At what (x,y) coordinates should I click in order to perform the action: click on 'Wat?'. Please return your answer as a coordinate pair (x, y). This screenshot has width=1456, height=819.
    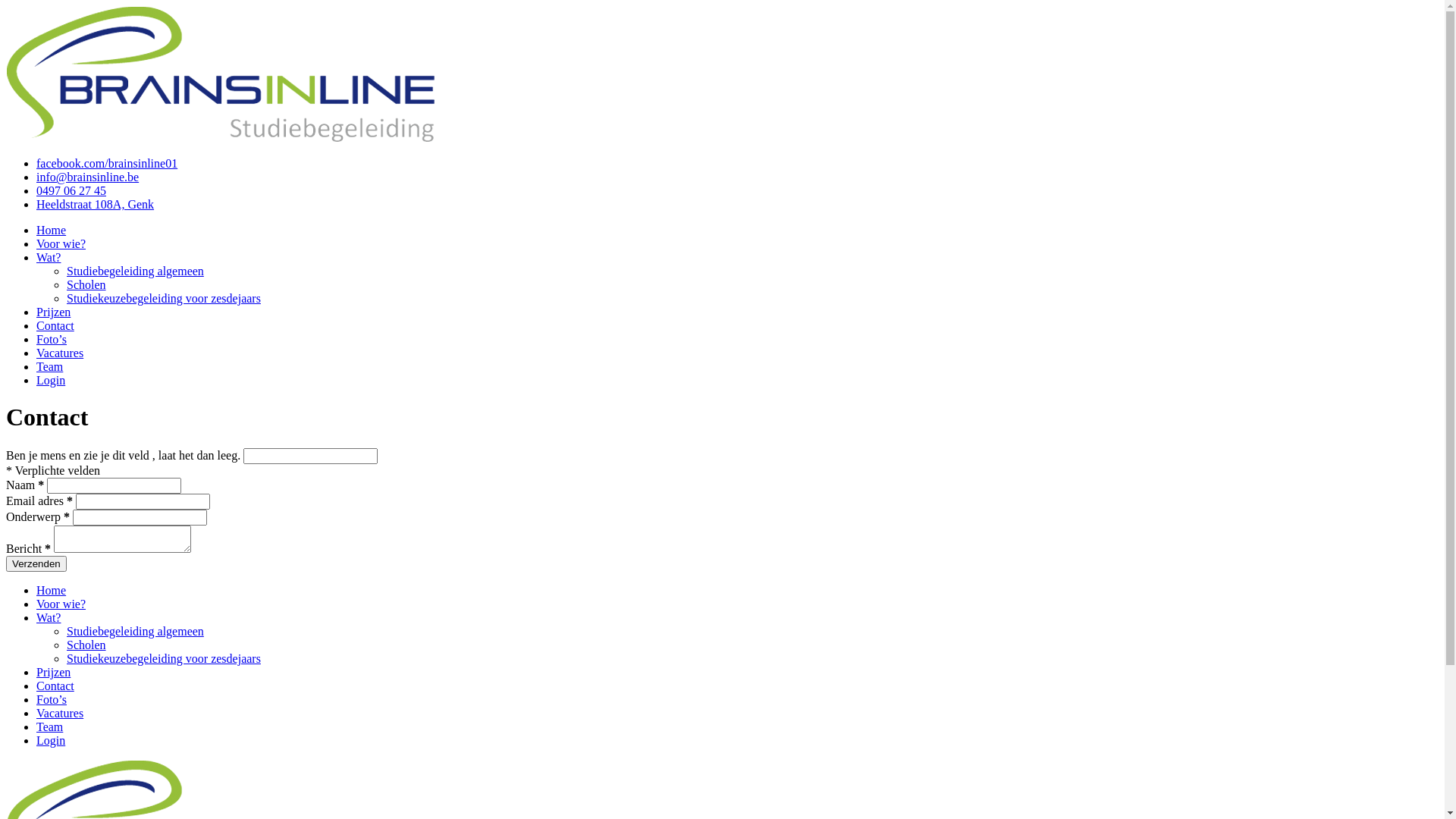
    Looking at the image, I should click on (48, 256).